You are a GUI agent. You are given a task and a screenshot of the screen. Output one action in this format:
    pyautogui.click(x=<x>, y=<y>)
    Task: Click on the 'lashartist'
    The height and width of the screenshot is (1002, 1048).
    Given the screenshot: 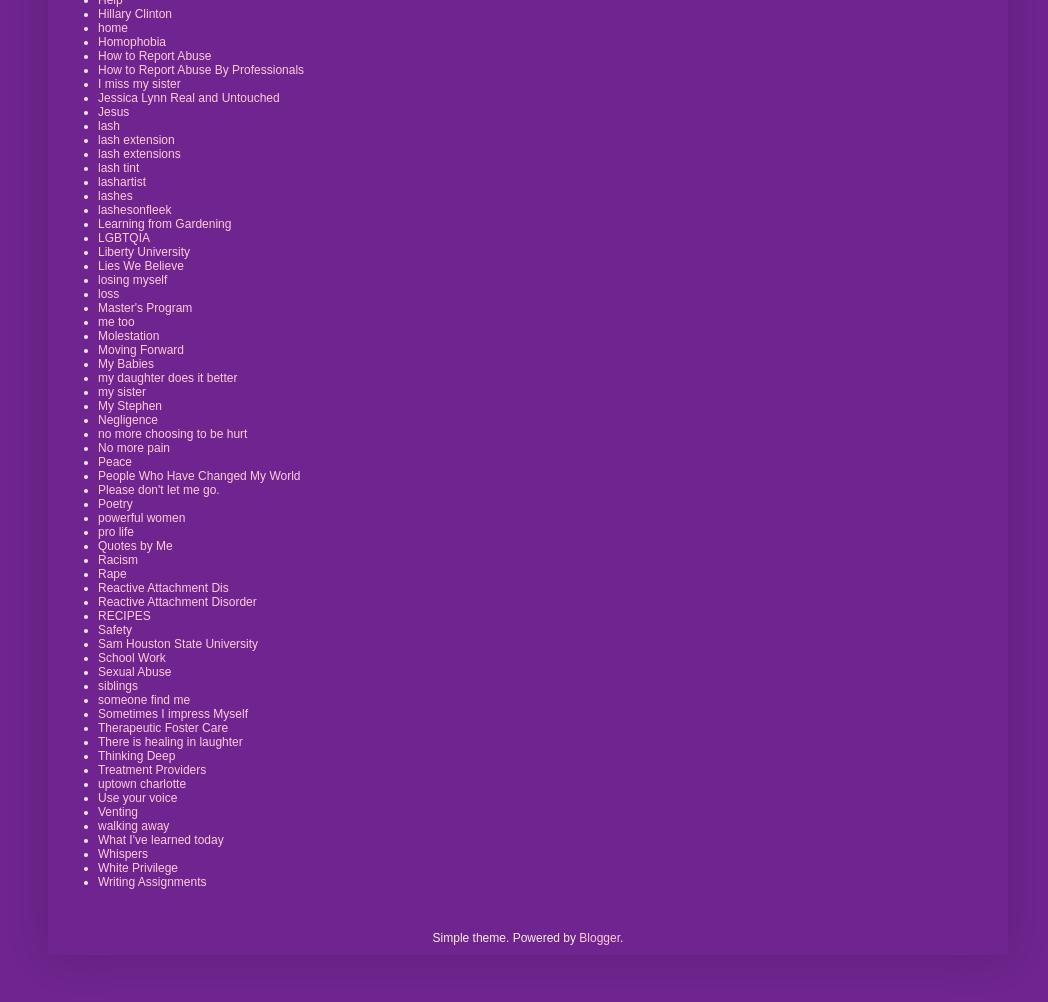 What is the action you would take?
    pyautogui.click(x=96, y=180)
    